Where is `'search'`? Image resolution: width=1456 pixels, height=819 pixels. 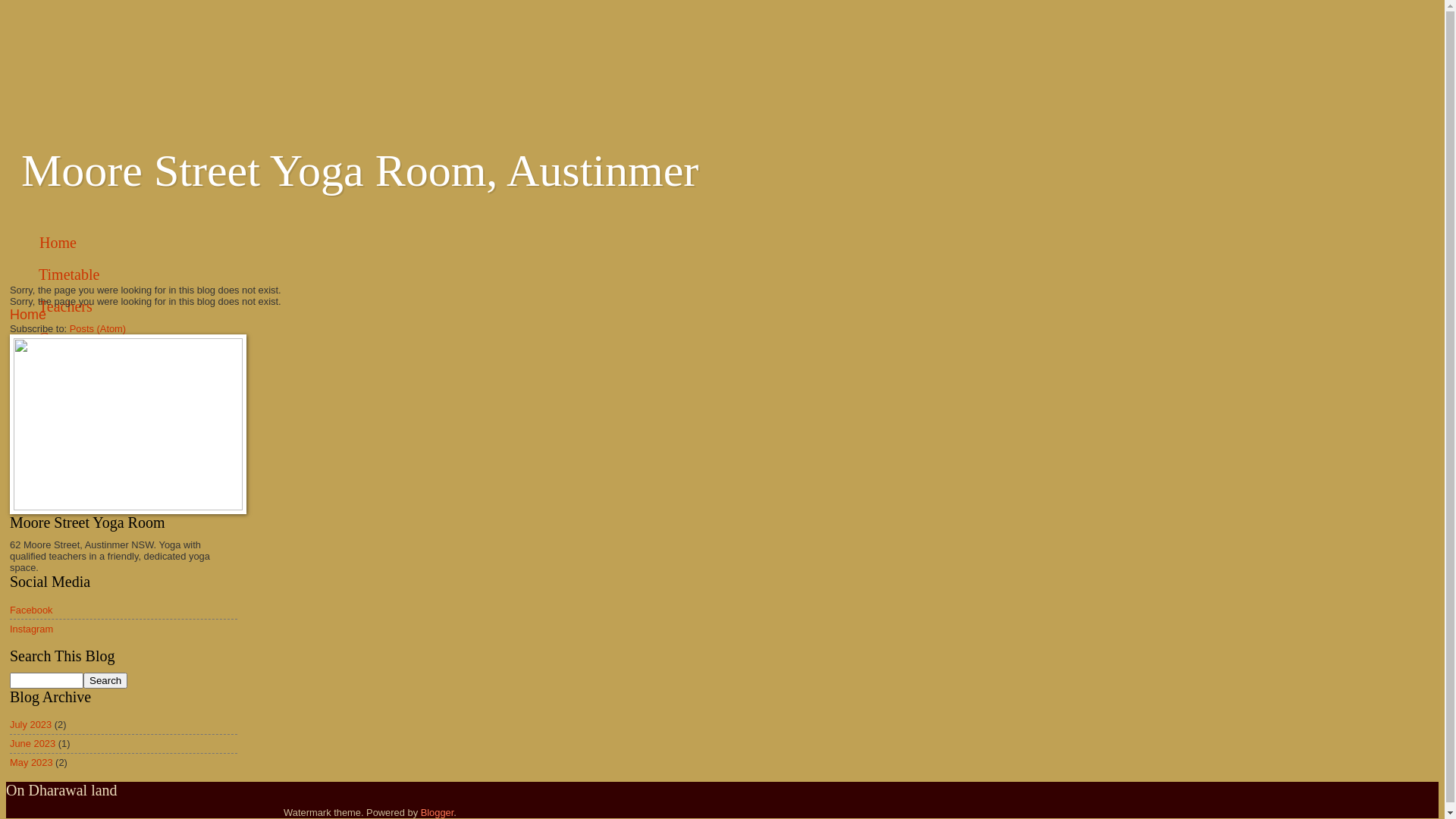 'search' is located at coordinates (46, 679).